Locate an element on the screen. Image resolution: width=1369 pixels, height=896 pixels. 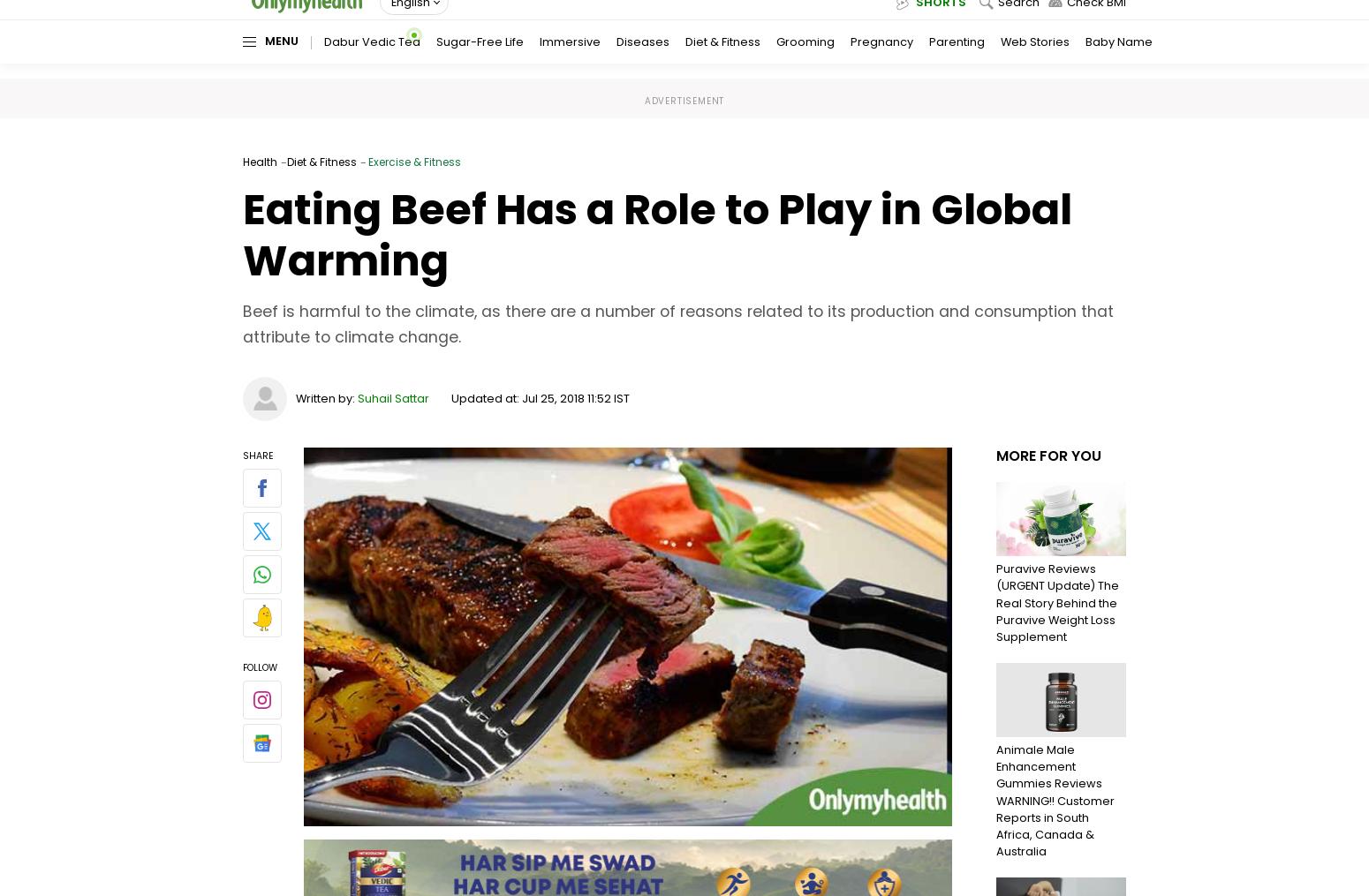
'Updated at: Jul 25, 2018 11:52 IST' is located at coordinates (540, 397).